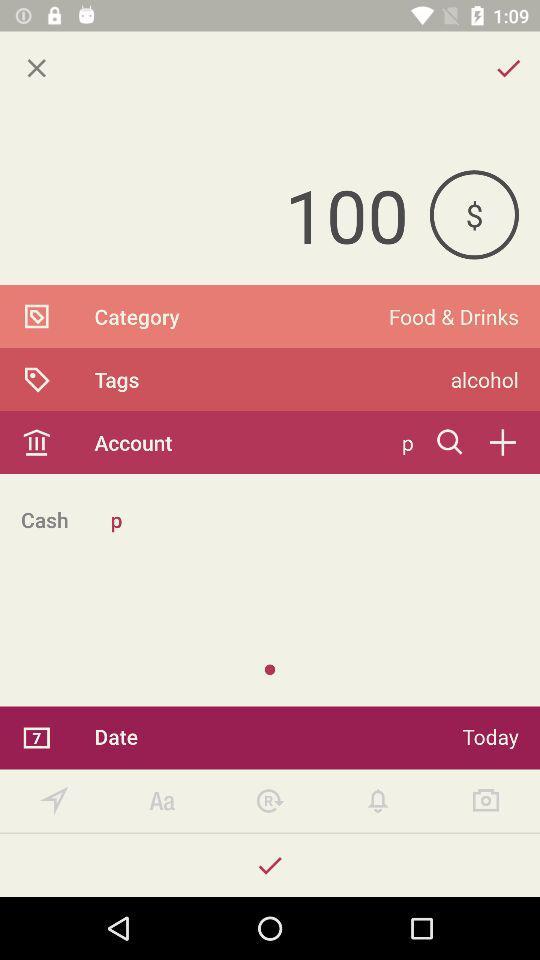 The height and width of the screenshot is (960, 540). I want to click on ok, so click(270, 864).